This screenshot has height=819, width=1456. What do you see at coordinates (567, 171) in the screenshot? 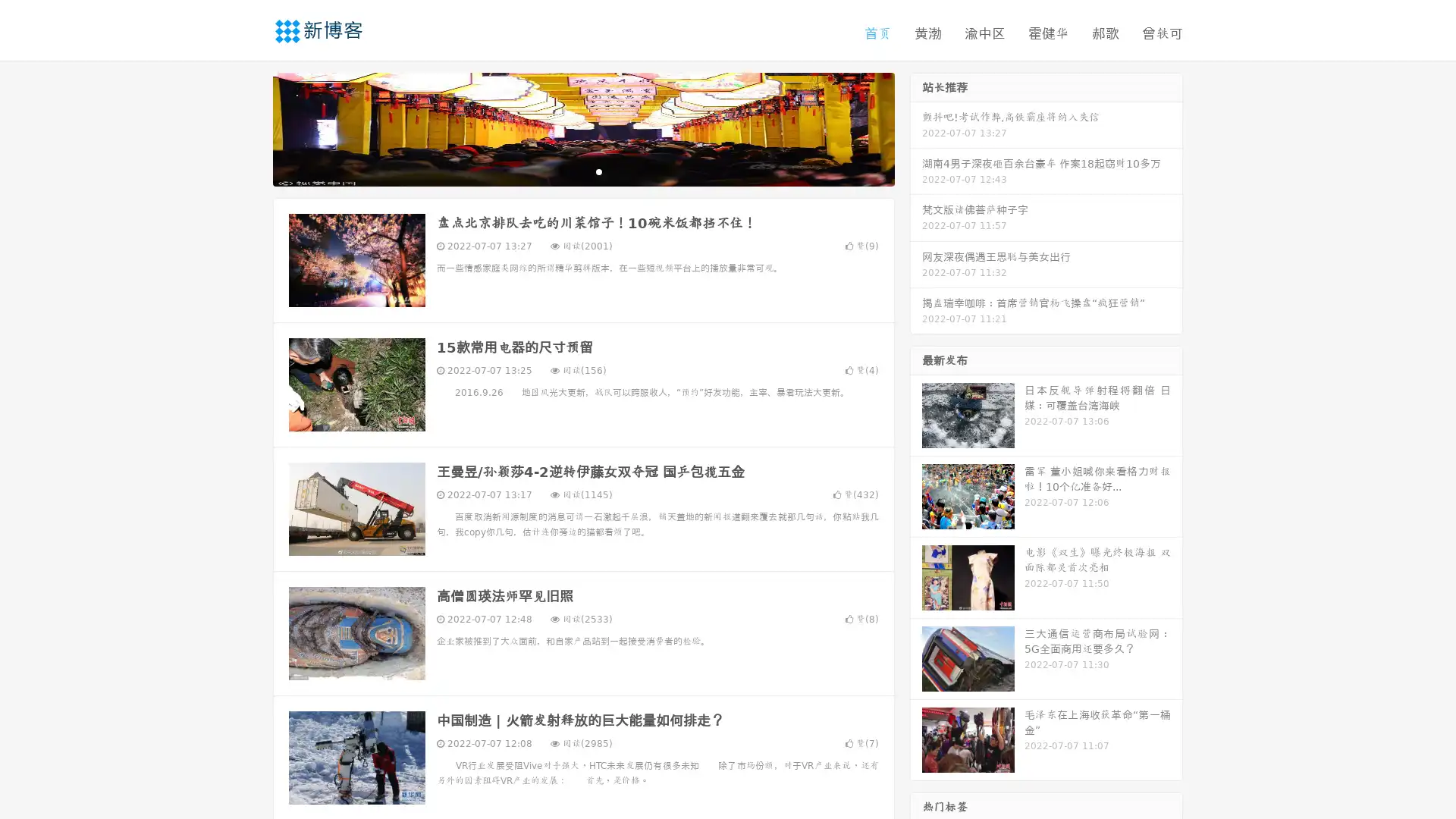
I see `Go to slide 1` at bounding box center [567, 171].